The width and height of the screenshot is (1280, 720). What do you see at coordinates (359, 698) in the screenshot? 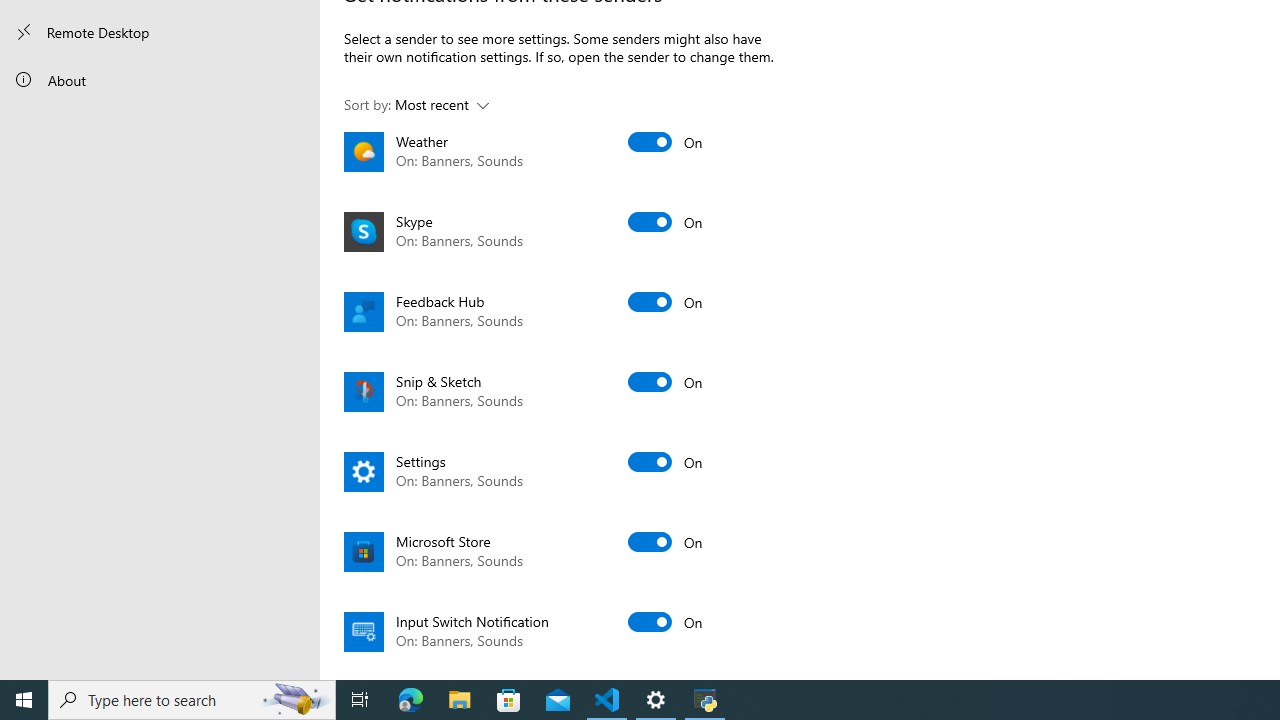
I see `'Task View'` at bounding box center [359, 698].